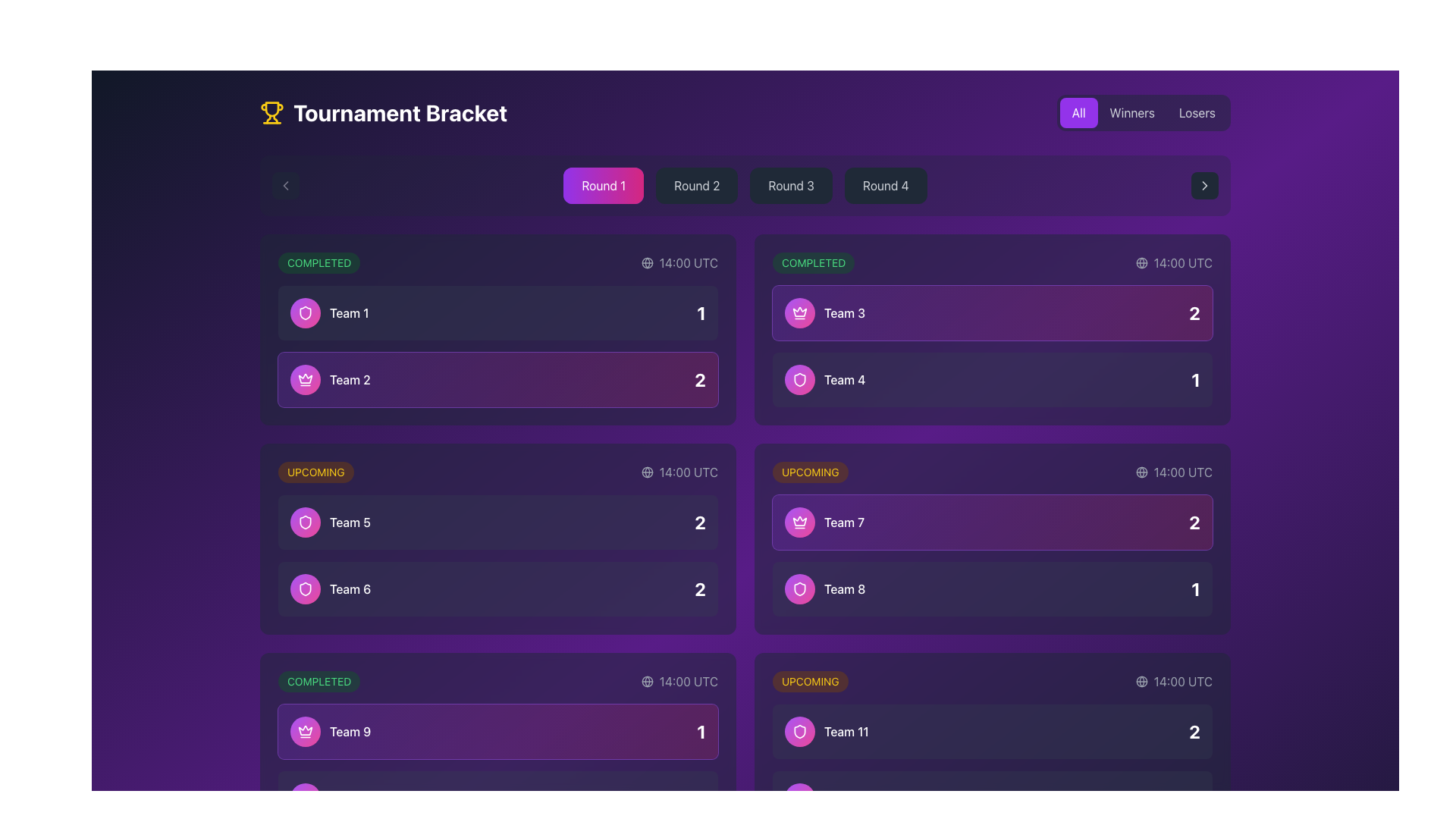 Image resolution: width=1456 pixels, height=819 pixels. What do you see at coordinates (993, 730) in the screenshot?
I see `the List item representing 'Team 11', which displays their score of 2, located in the bottom section of the vertical stack on the right side, specifically the fifth item below 'Team 7'` at bounding box center [993, 730].